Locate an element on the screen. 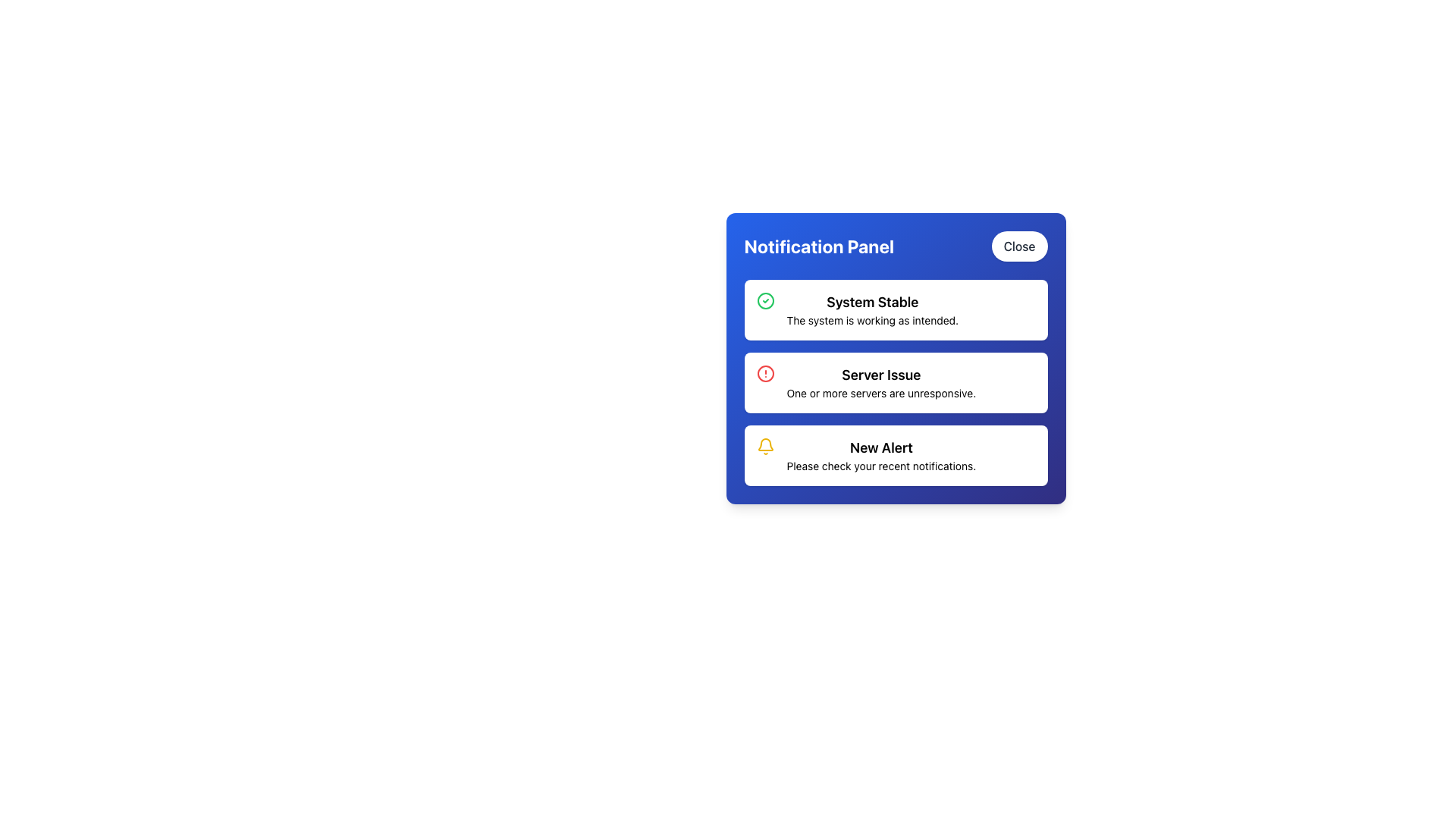 The height and width of the screenshot is (819, 1456). the server issue alert by interacting elsewhere, specifically targeting the alert icon located on the left side of the second row in the notification group, aligned with the 'Server Issue' text is located at coordinates (765, 374).